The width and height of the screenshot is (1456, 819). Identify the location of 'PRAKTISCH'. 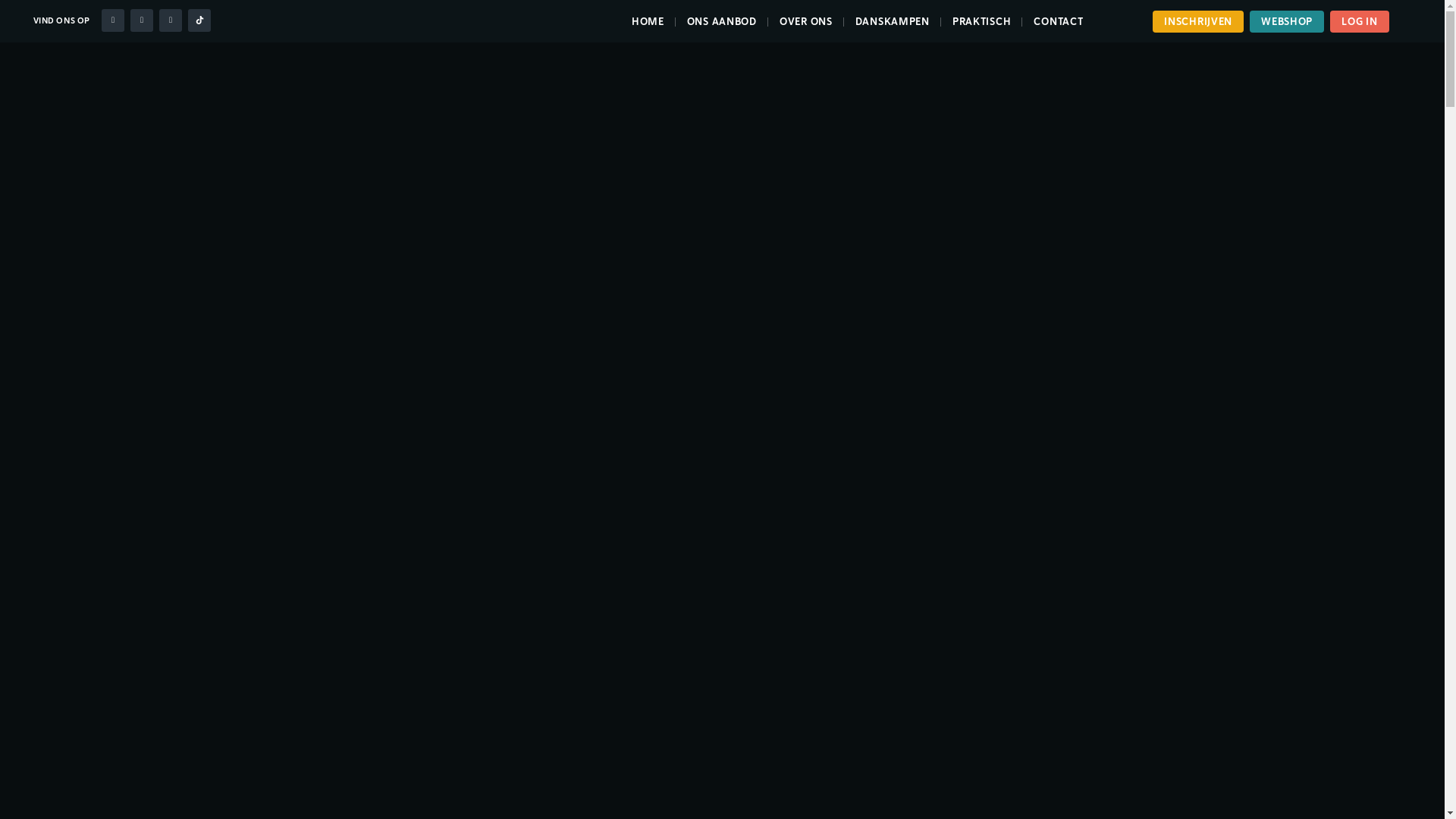
(981, 21).